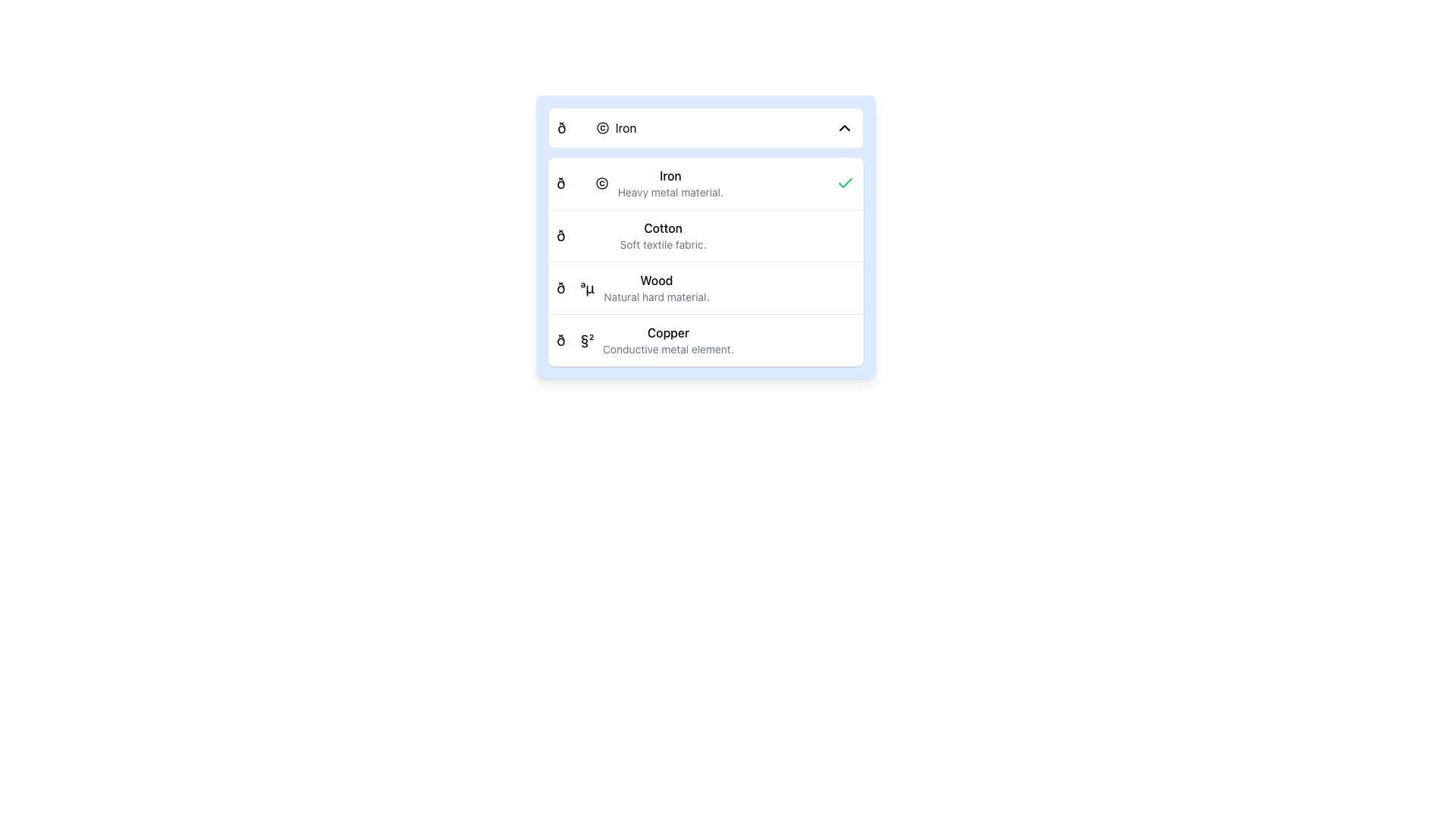 The width and height of the screenshot is (1456, 819). Describe the element at coordinates (670, 192) in the screenshot. I see `descriptor text label 'Heavy metal material.' located below the 'Iron' title in the material list` at that location.